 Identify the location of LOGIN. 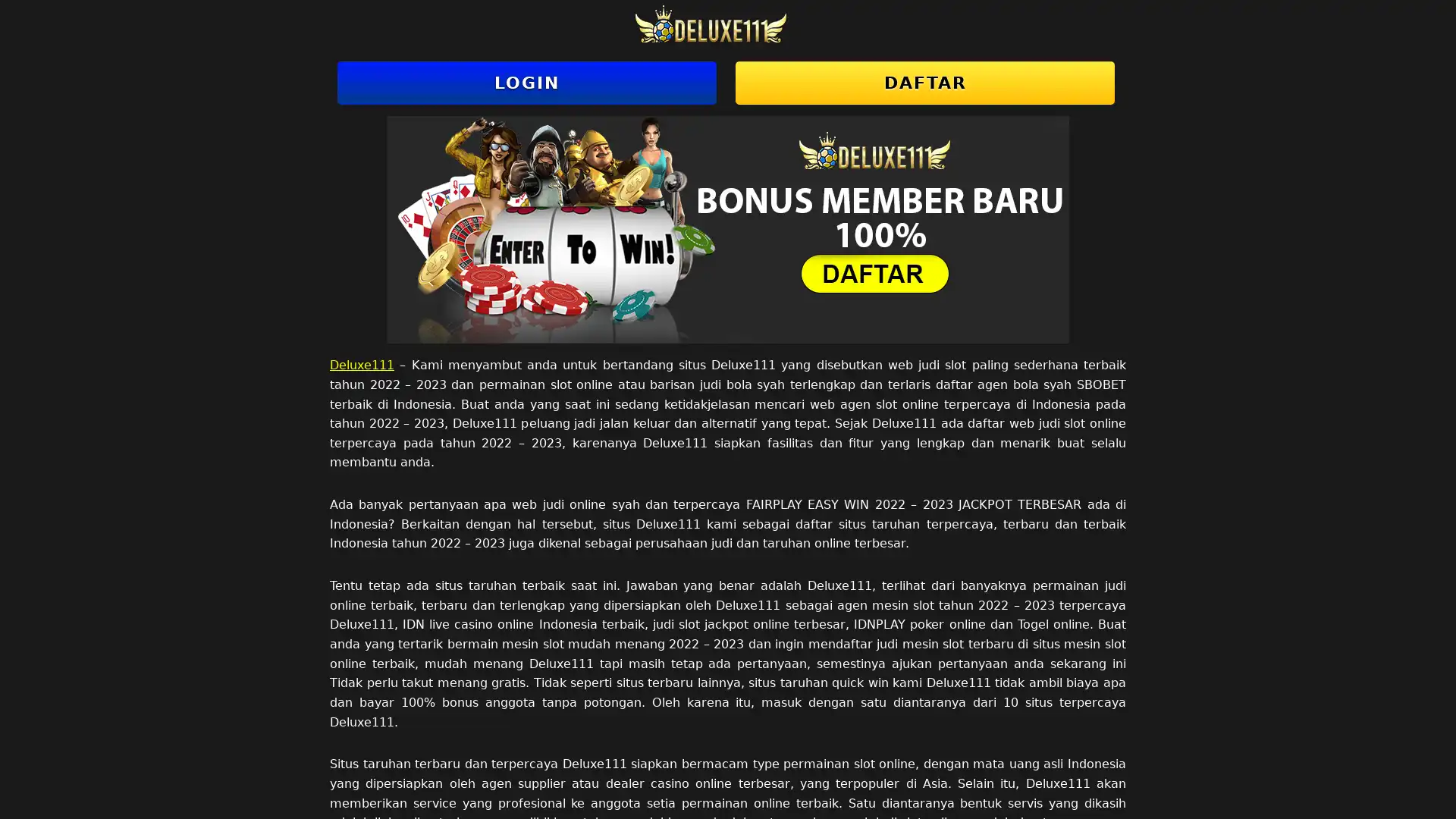
(527, 83).